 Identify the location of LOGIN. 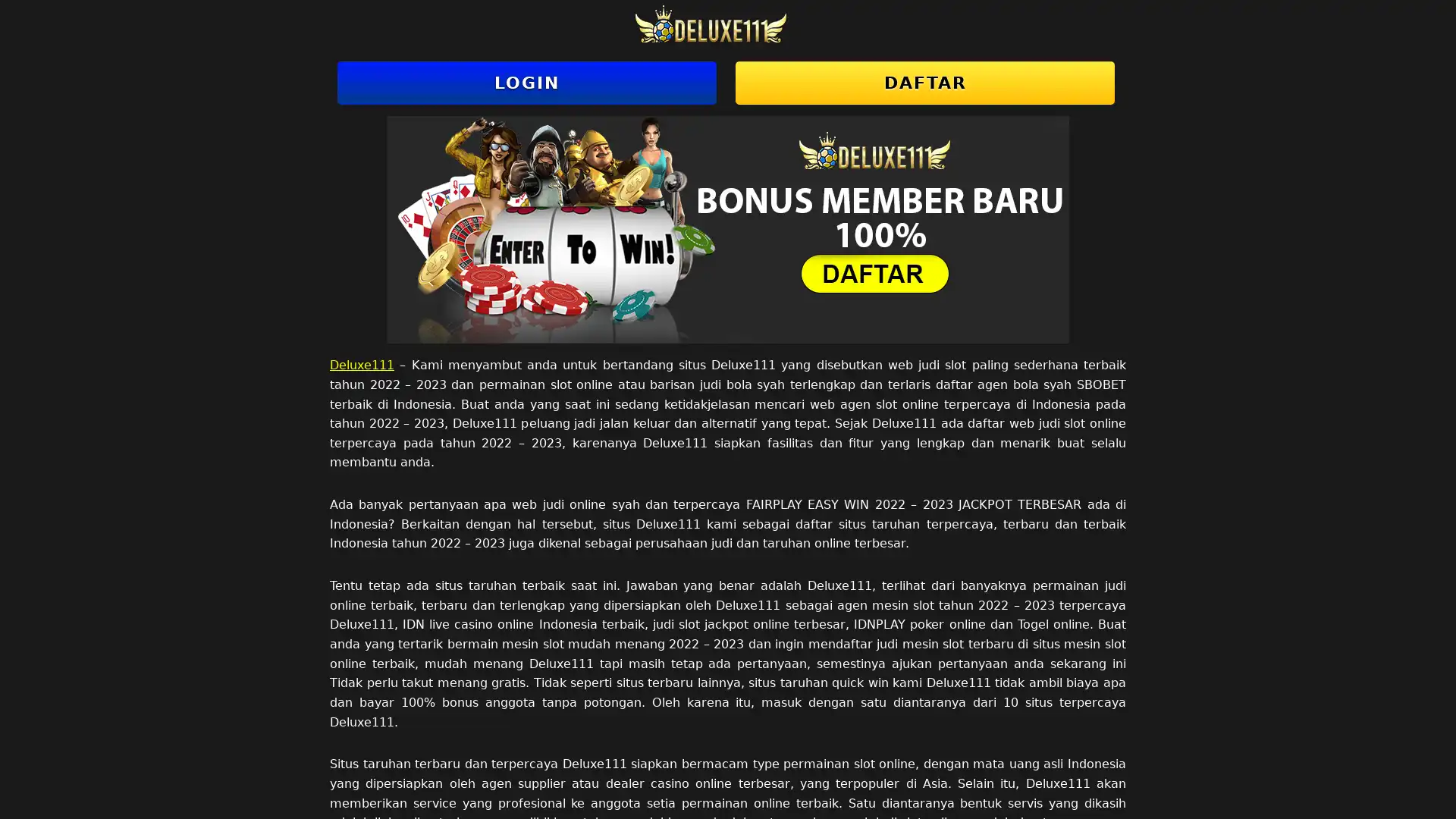
(527, 83).